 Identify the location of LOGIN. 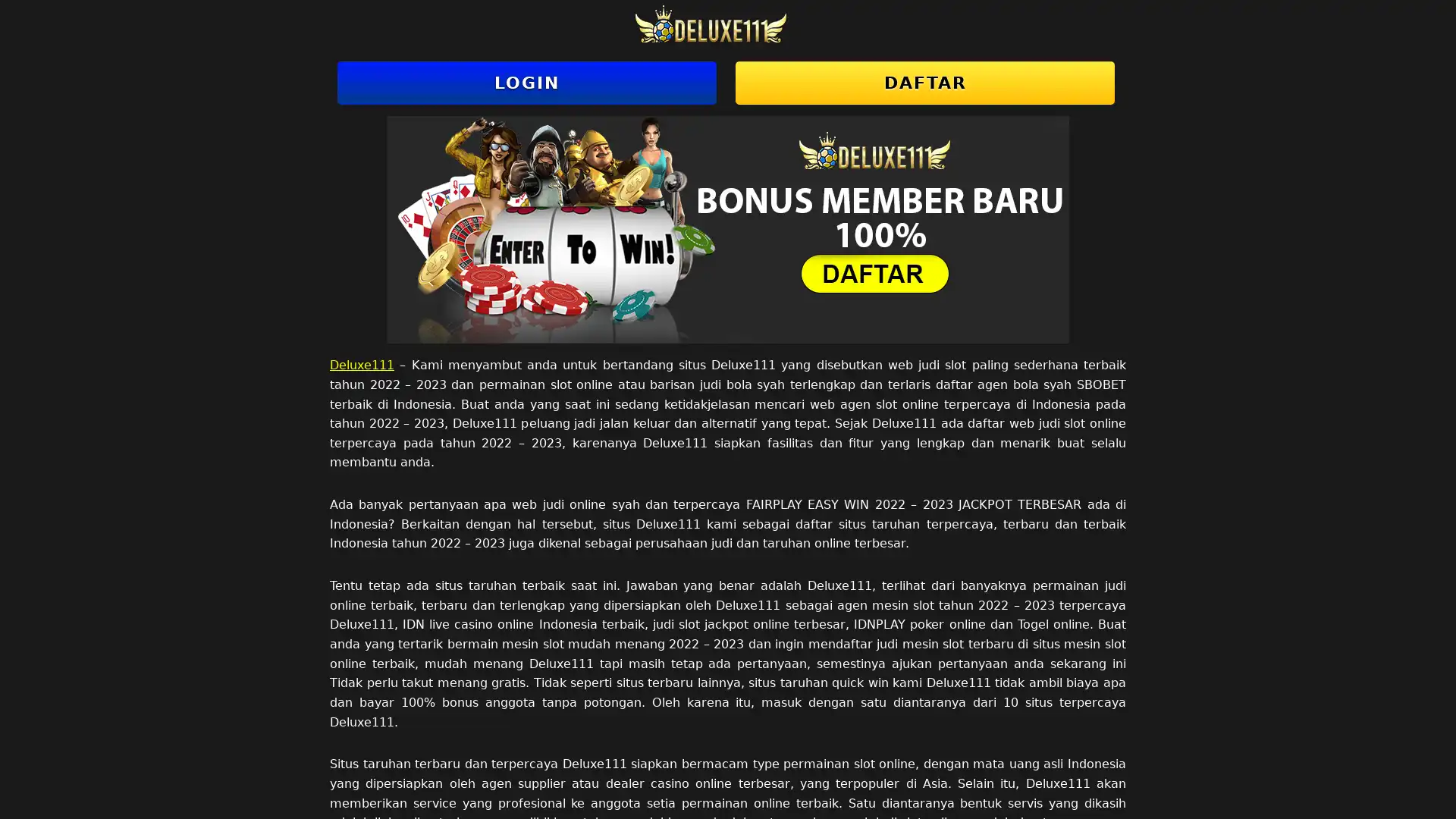
(527, 83).